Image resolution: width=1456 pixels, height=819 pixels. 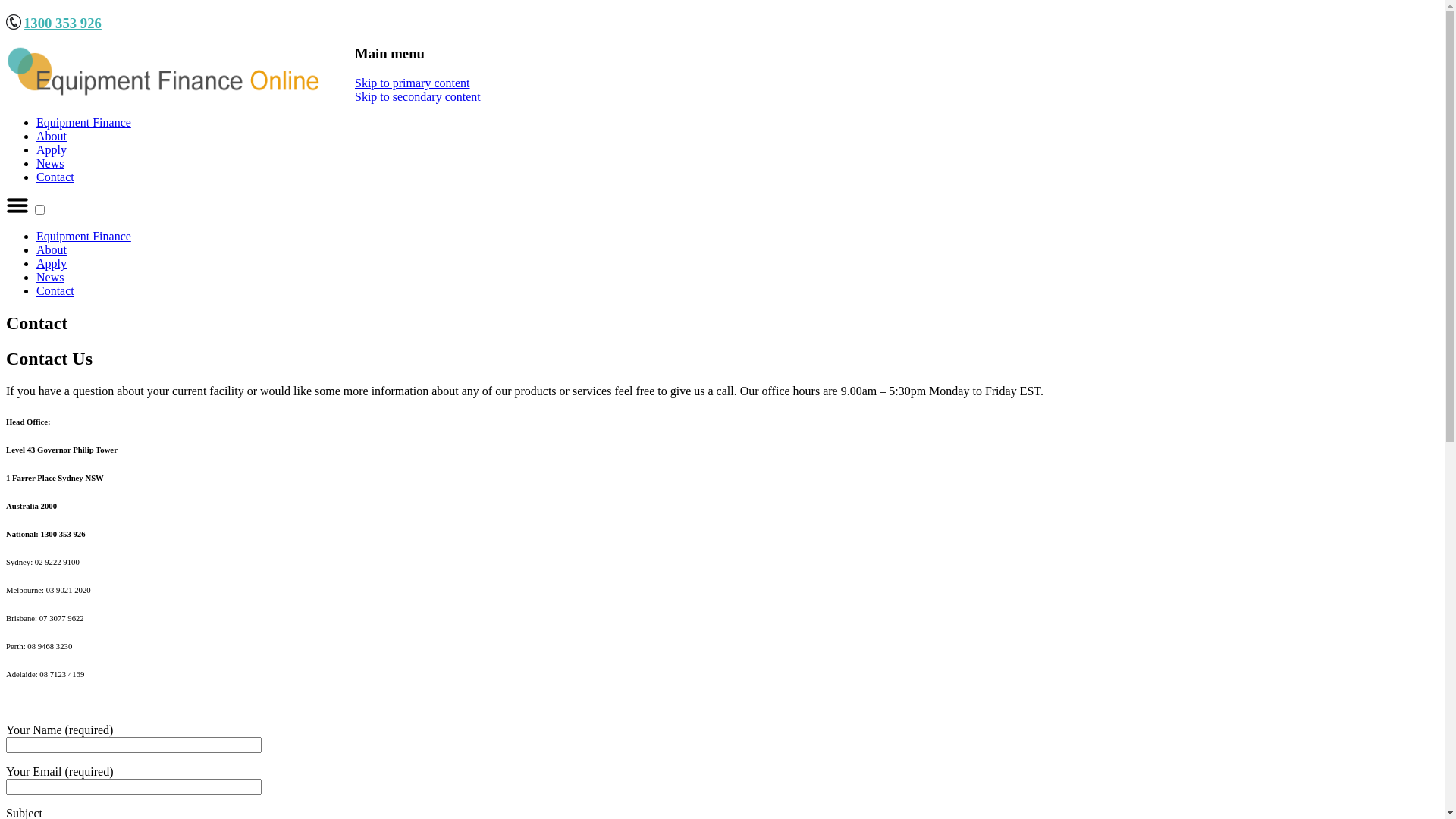 I want to click on 'About', so click(x=51, y=249).